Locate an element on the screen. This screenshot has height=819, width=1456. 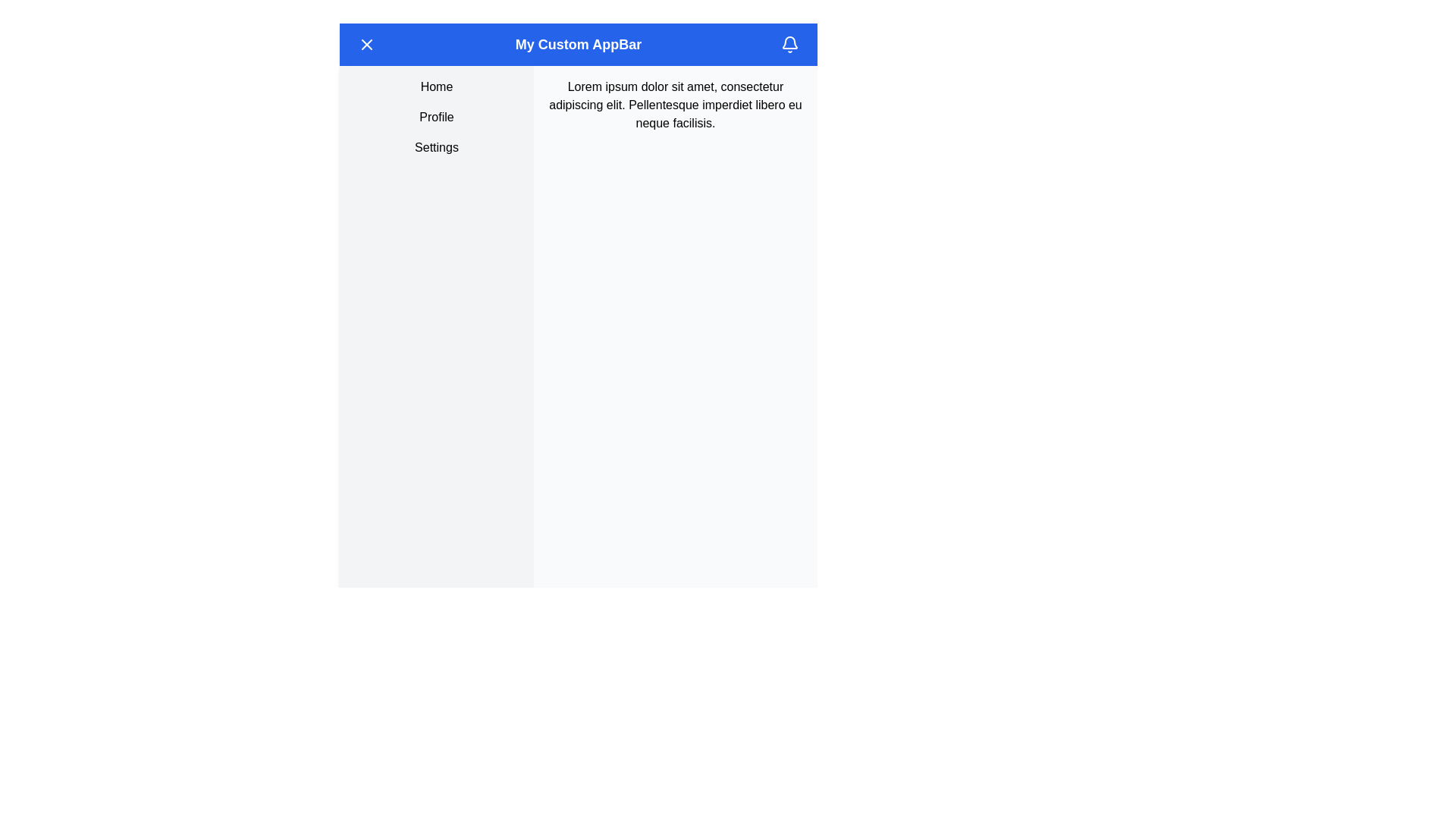
the blue square button containing an 'X' icon located on the far left of the app bar is located at coordinates (367, 43).